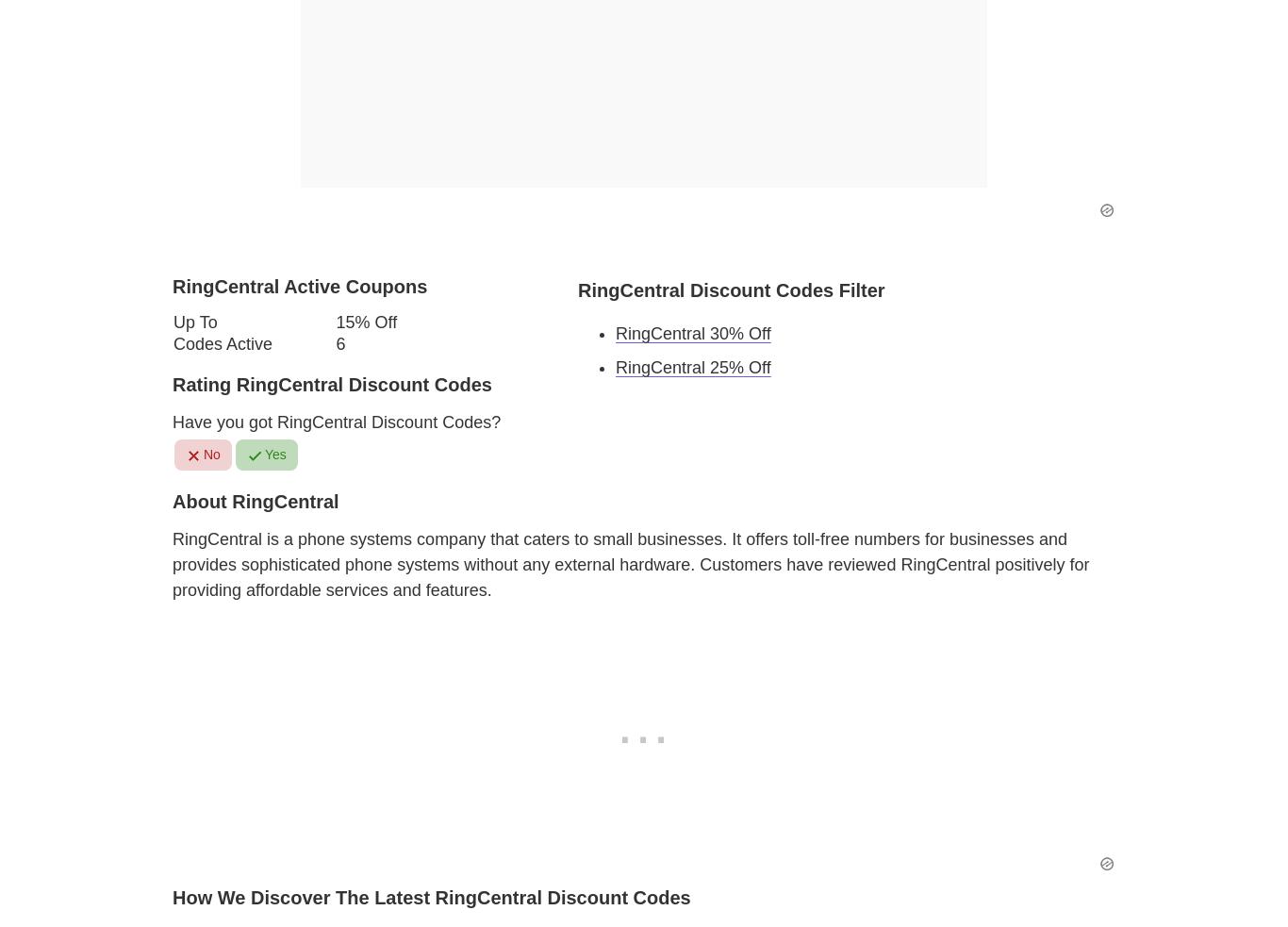  What do you see at coordinates (300, 287) in the screenshot?
I see `'RingCentral Active Coupons'` at bounding box center [300, 287].